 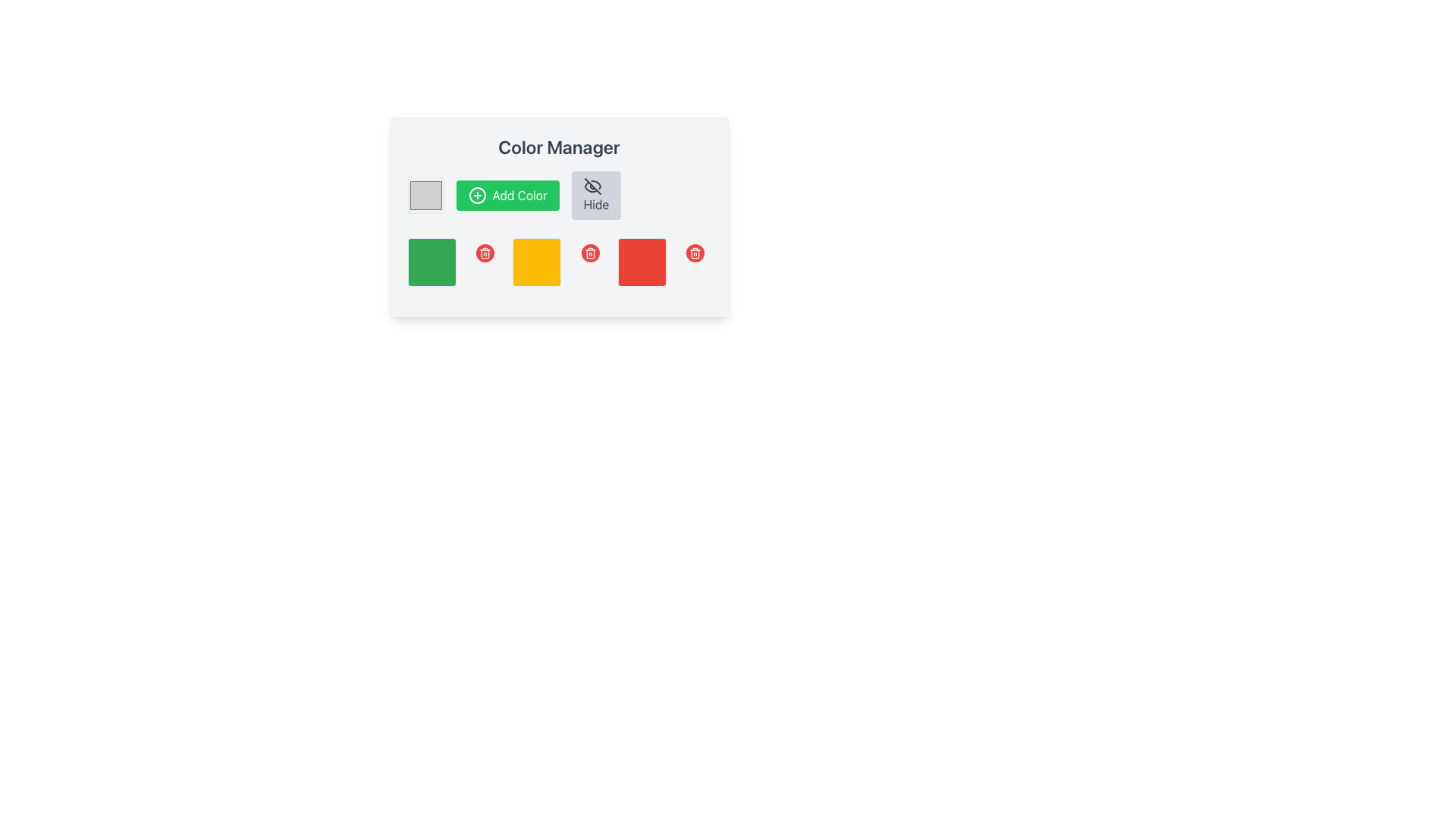 What do you see at coordinates (595, 195) in the screenshot?
I see `the third button in the interface, which toggles the visibility of elements related to the 'Color Manager'` at bounding box center [595, 195].